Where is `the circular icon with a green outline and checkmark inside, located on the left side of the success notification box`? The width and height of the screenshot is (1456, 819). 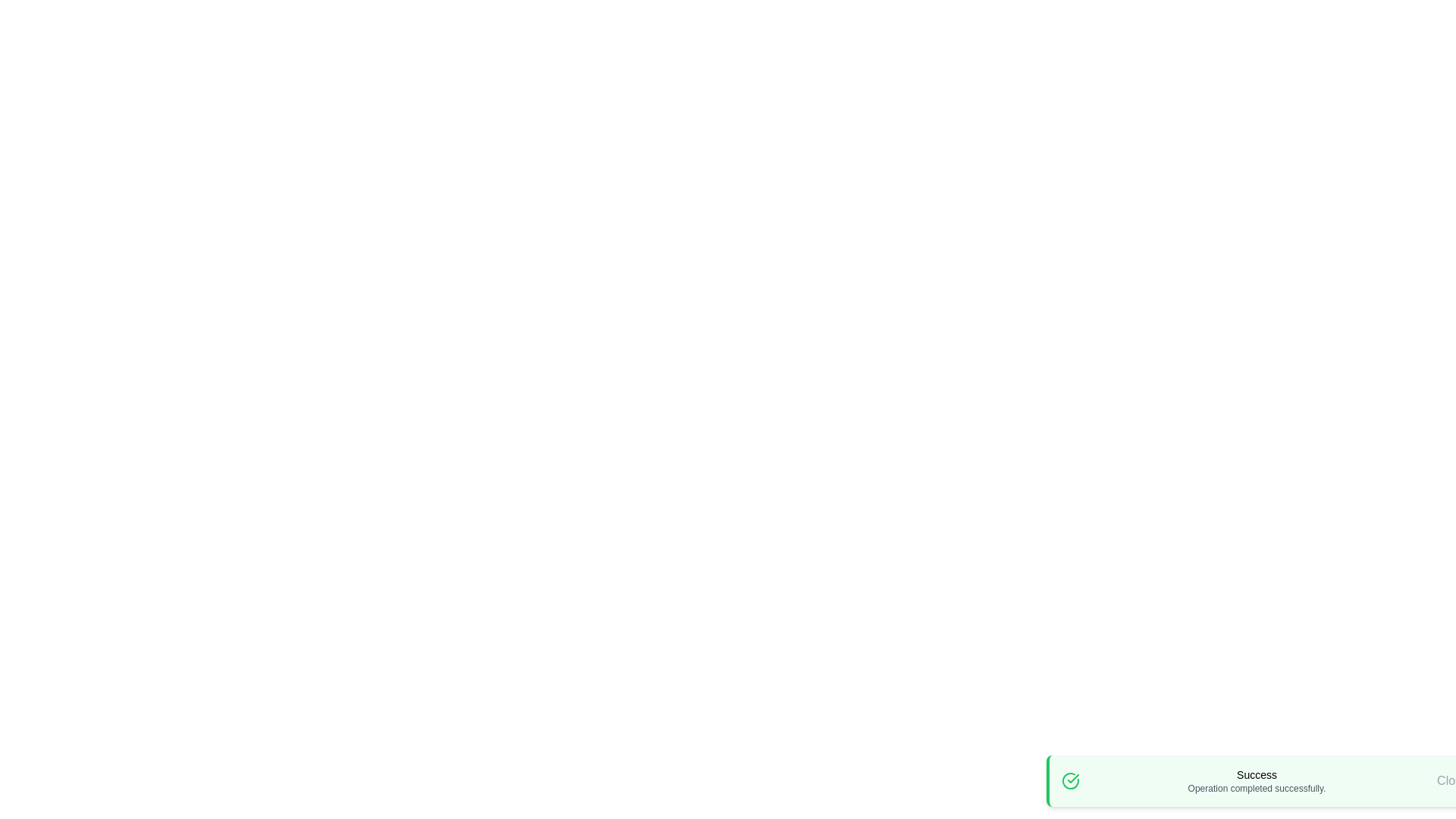 the circular icon with a green outline and checkmark inside, located on the left side of the success notification box is located at coordinates (1069, 780).